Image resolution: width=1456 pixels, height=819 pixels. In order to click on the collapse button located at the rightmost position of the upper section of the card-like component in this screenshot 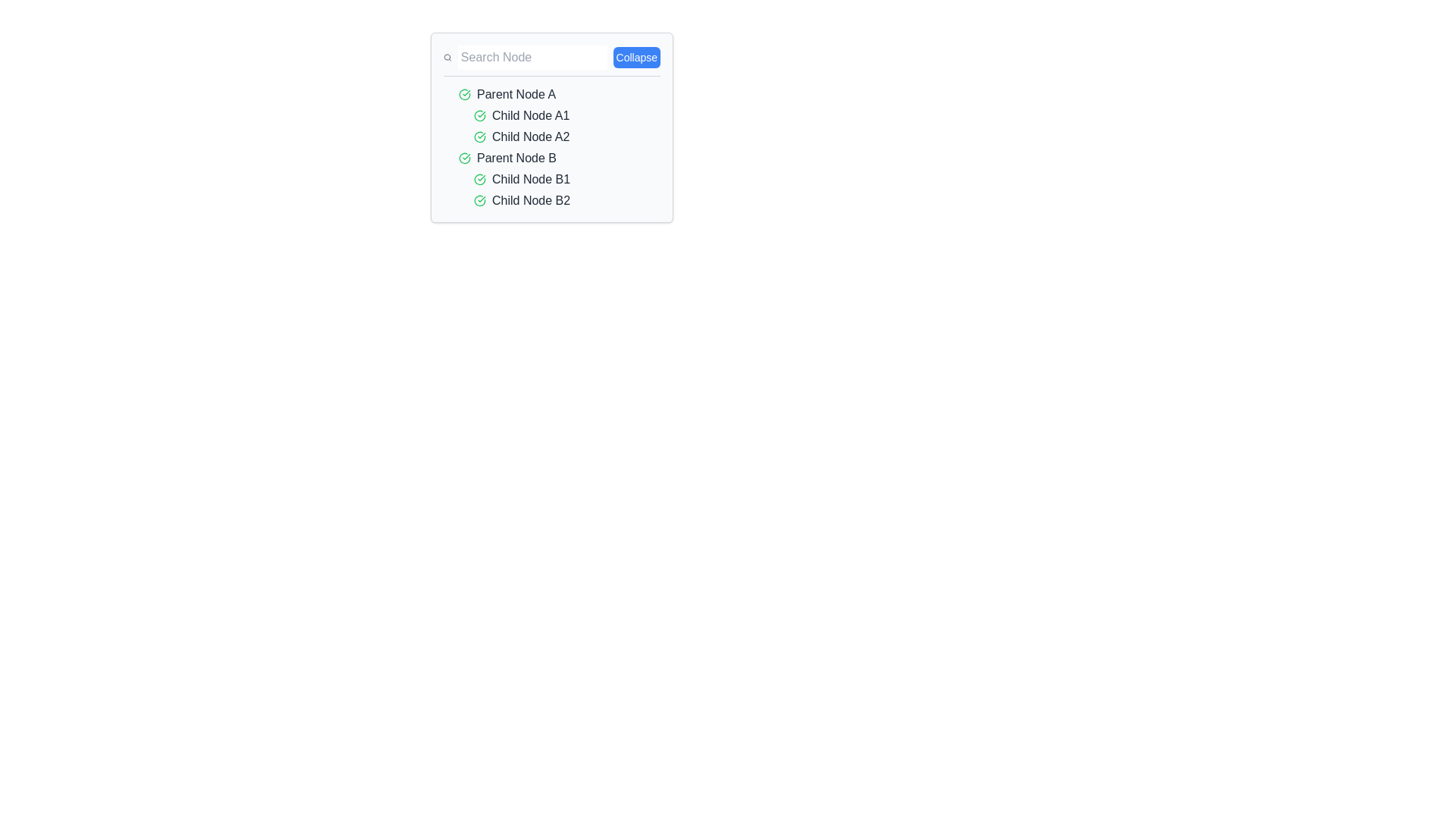, I will do `click(551, 60)`.